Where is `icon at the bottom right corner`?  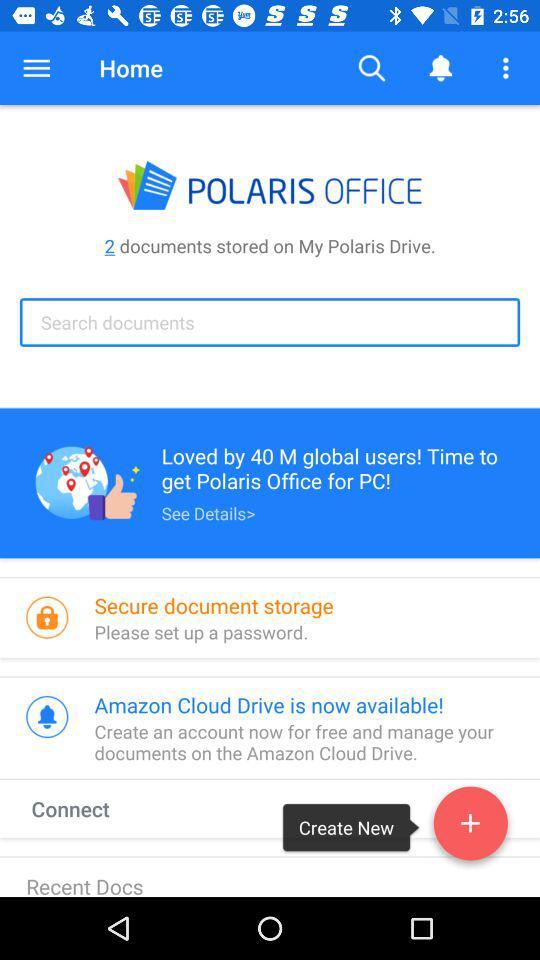 icon at the bottom right corner is located at coordinates (470, 827).